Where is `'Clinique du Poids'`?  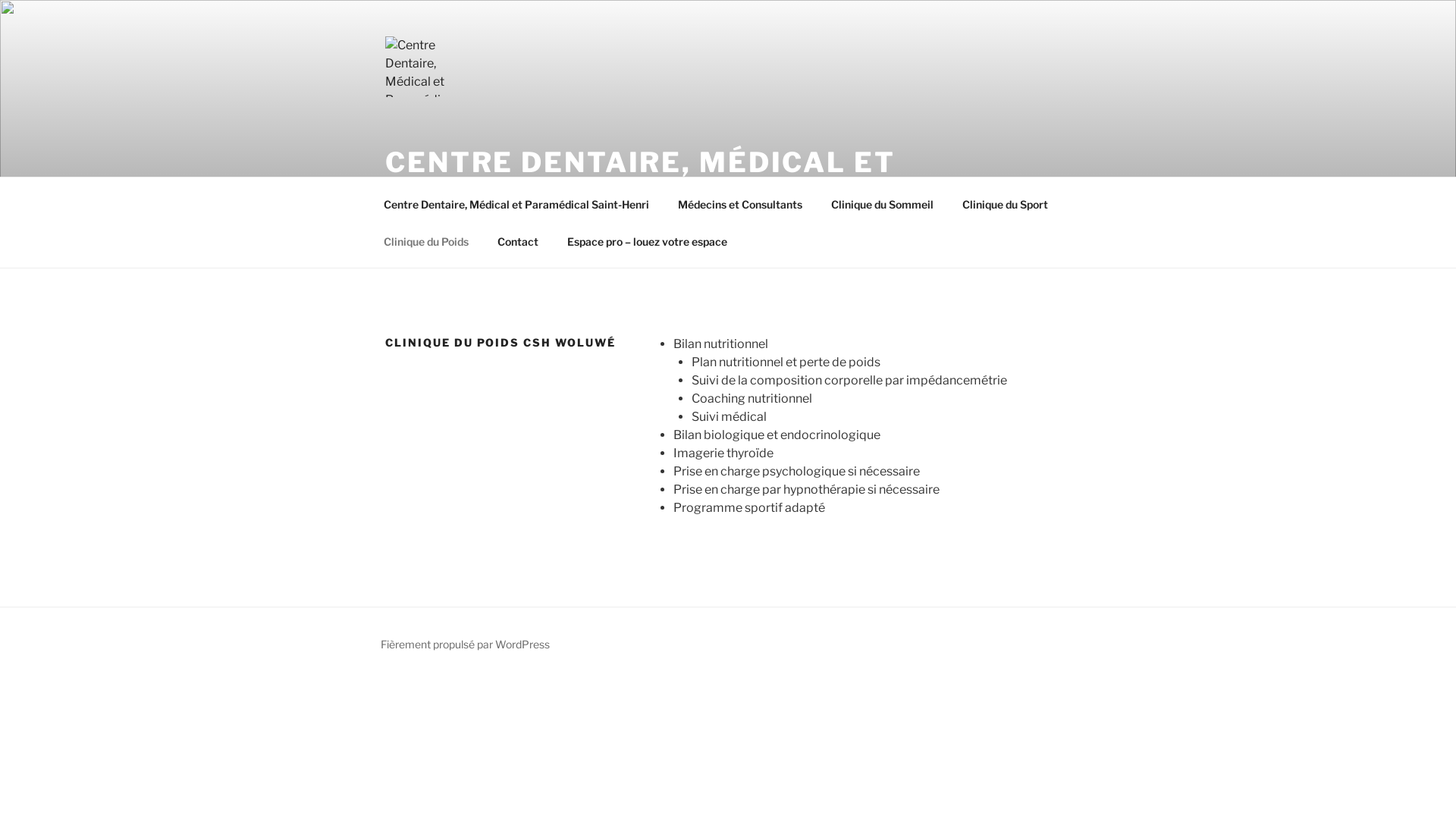
'Clinique du Poids' is located at coordinates (370, 240).